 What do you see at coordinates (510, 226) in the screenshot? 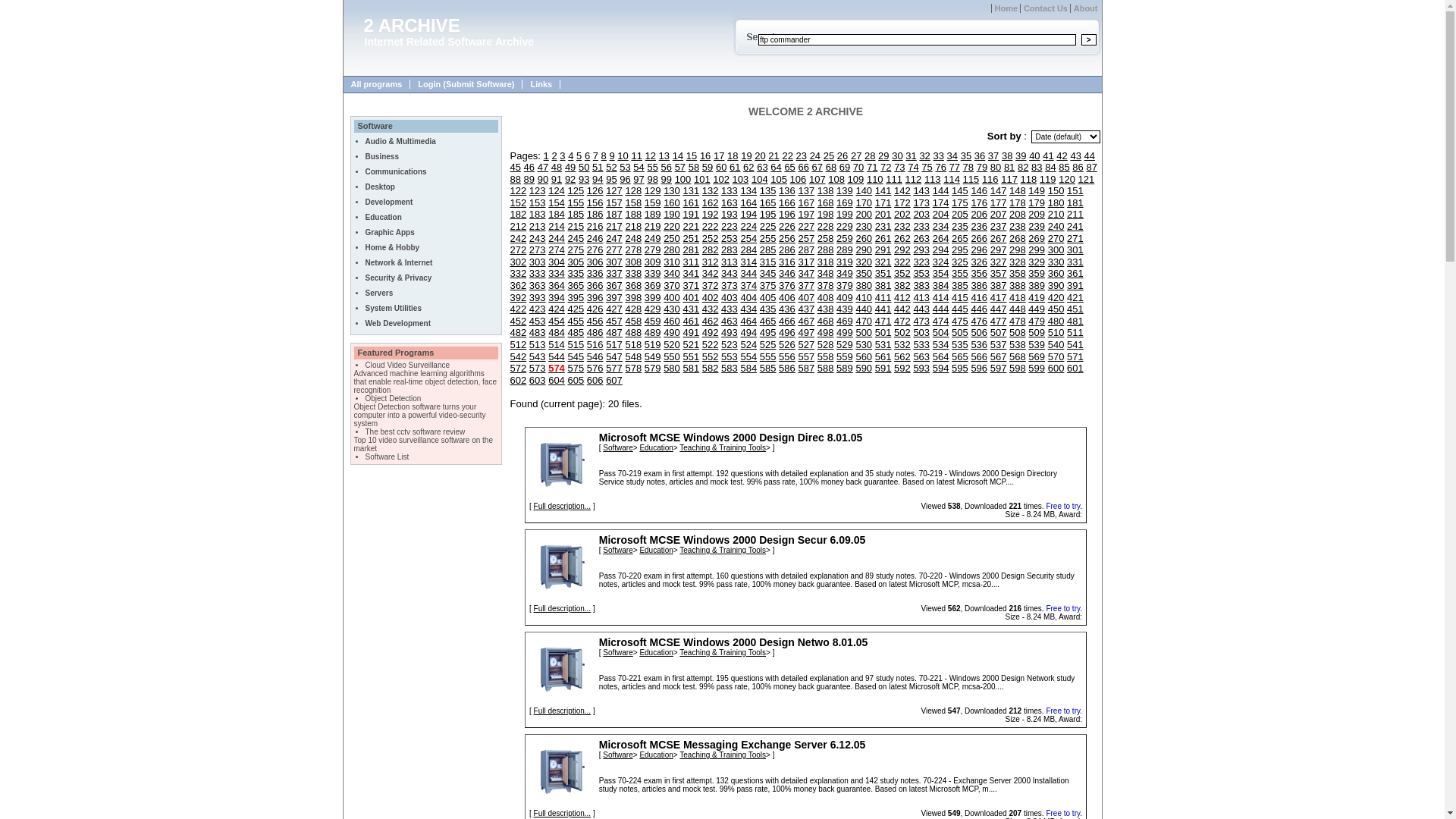
I see `'212'` at bounding box center [510, 226].